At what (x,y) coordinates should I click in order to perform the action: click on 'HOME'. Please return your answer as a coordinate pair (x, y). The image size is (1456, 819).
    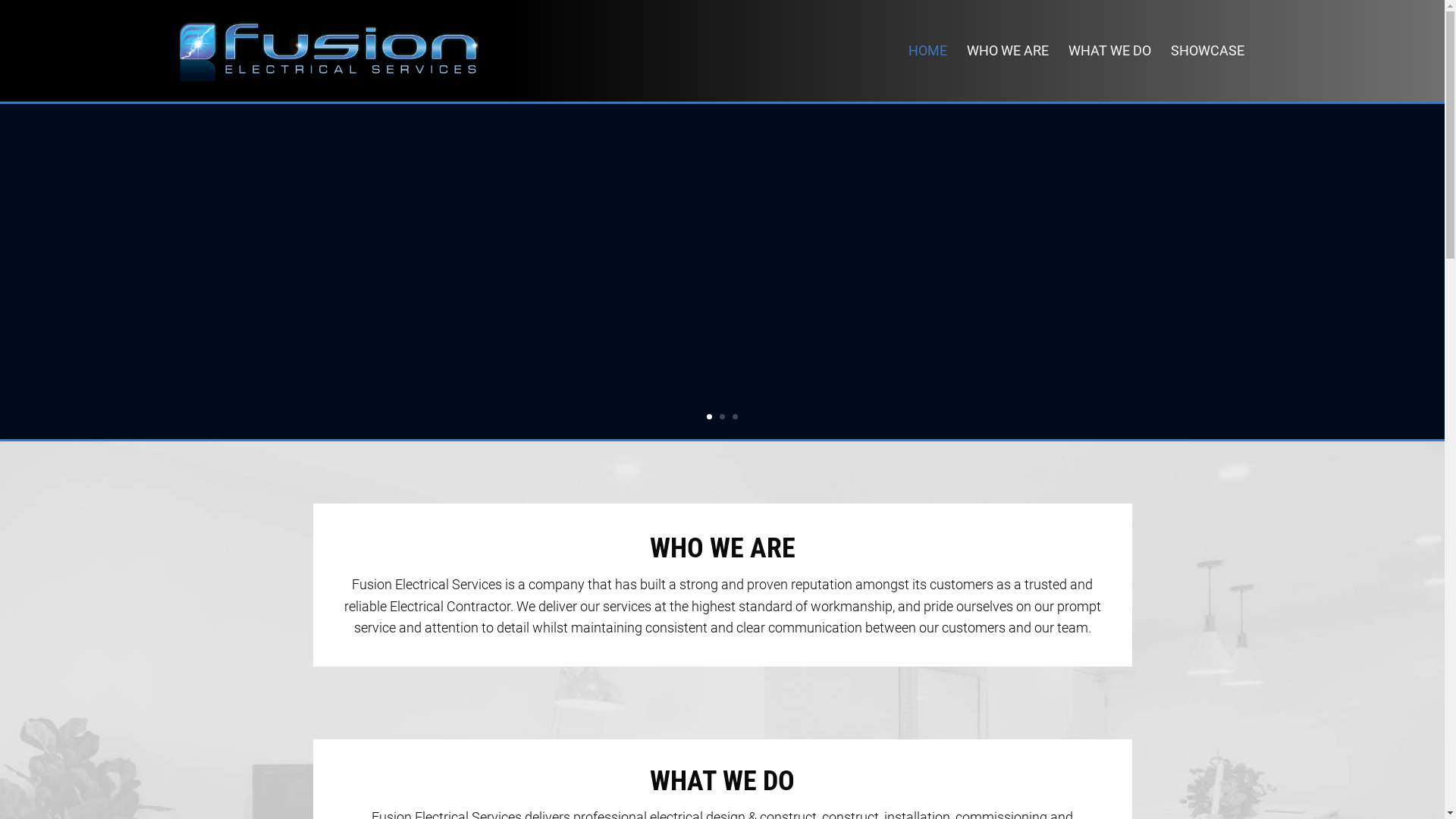
    Looking at the image, I should click on (927, 73).